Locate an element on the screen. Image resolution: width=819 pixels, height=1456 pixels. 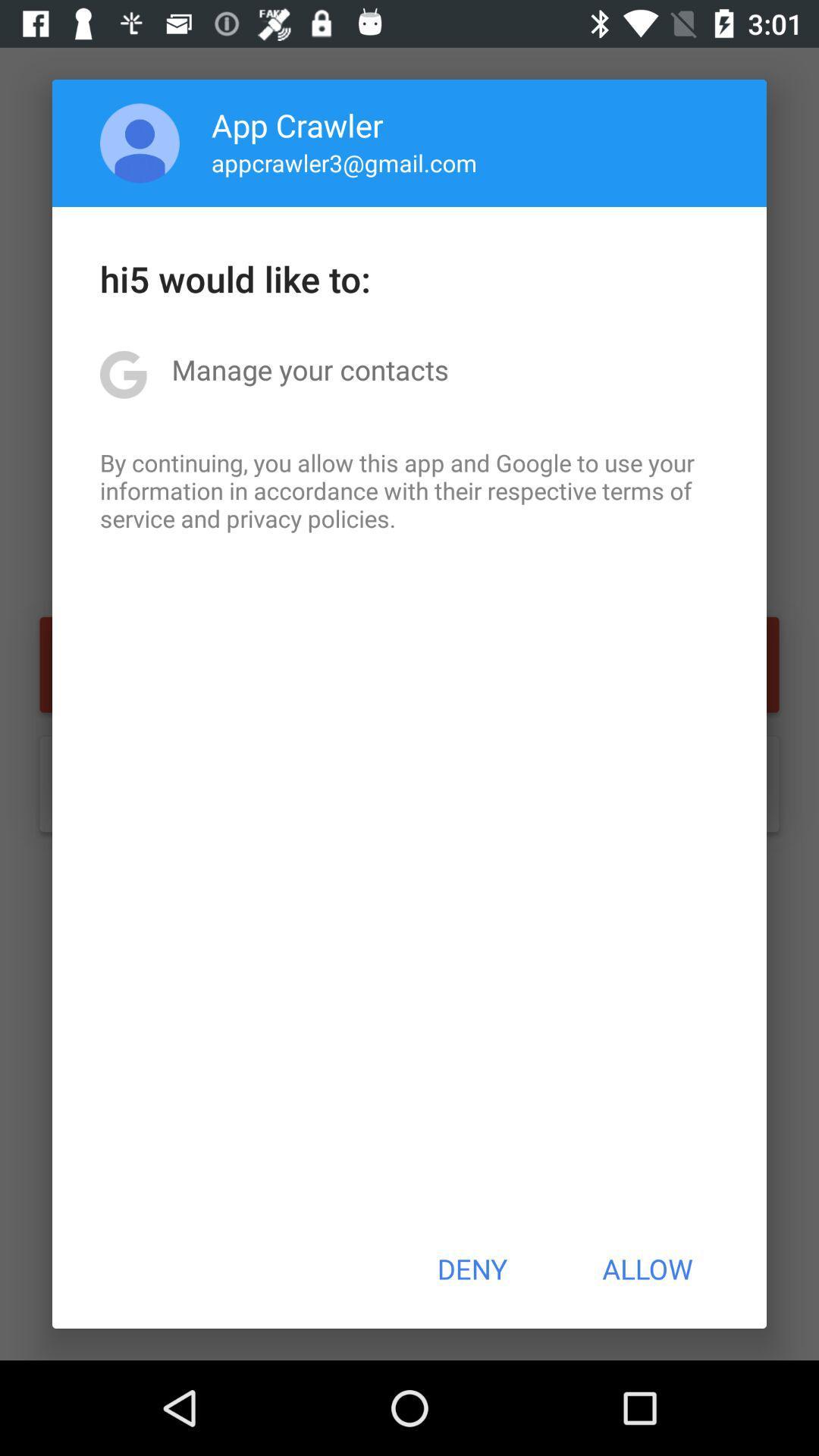
the manage your contacts icon is located at coordinates (309, 369).